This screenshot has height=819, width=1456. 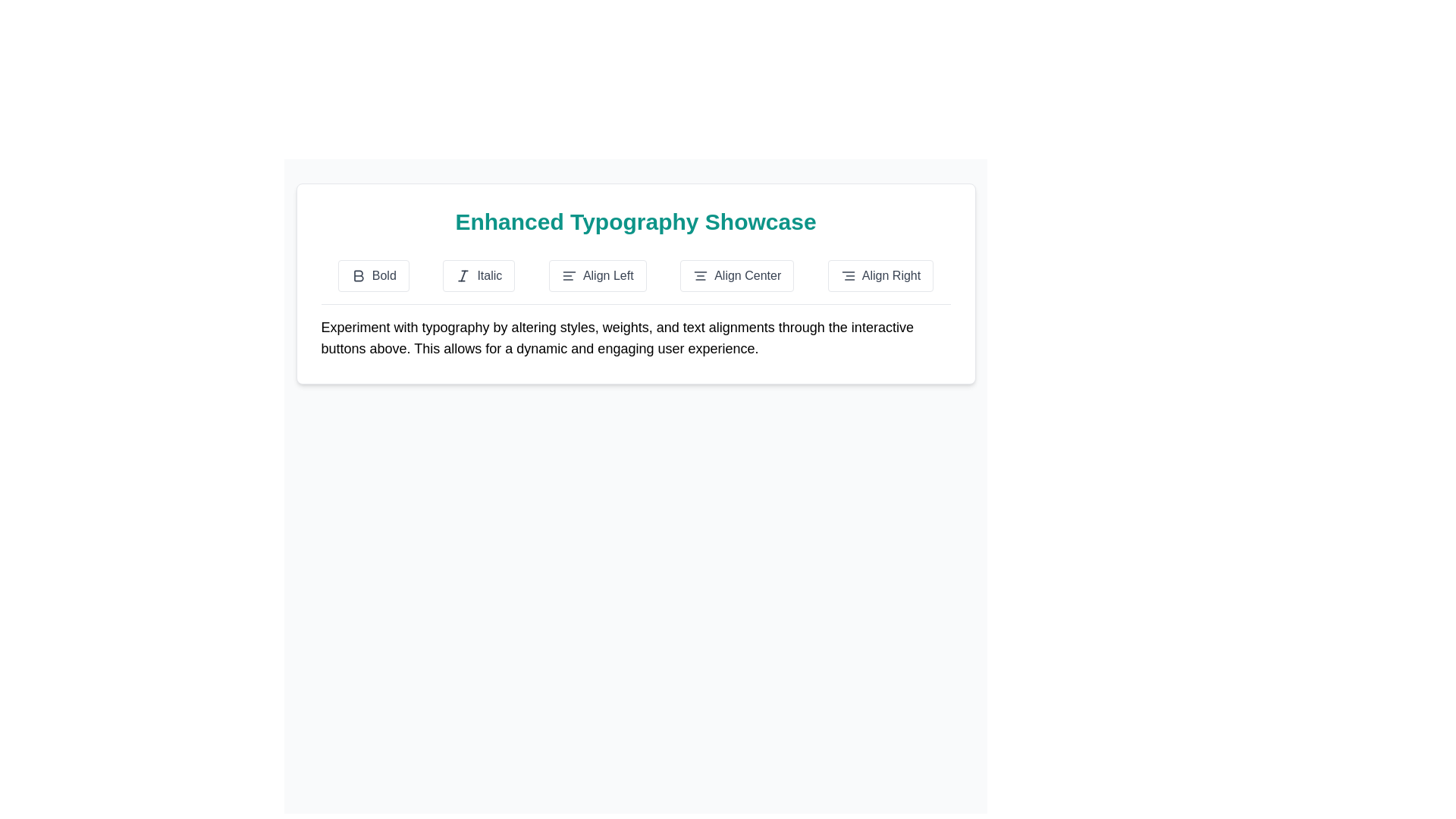 I want to click on the center alignment button located between the 'Align Left' and 'Align Right' buttons, so click(x=737, y=275).